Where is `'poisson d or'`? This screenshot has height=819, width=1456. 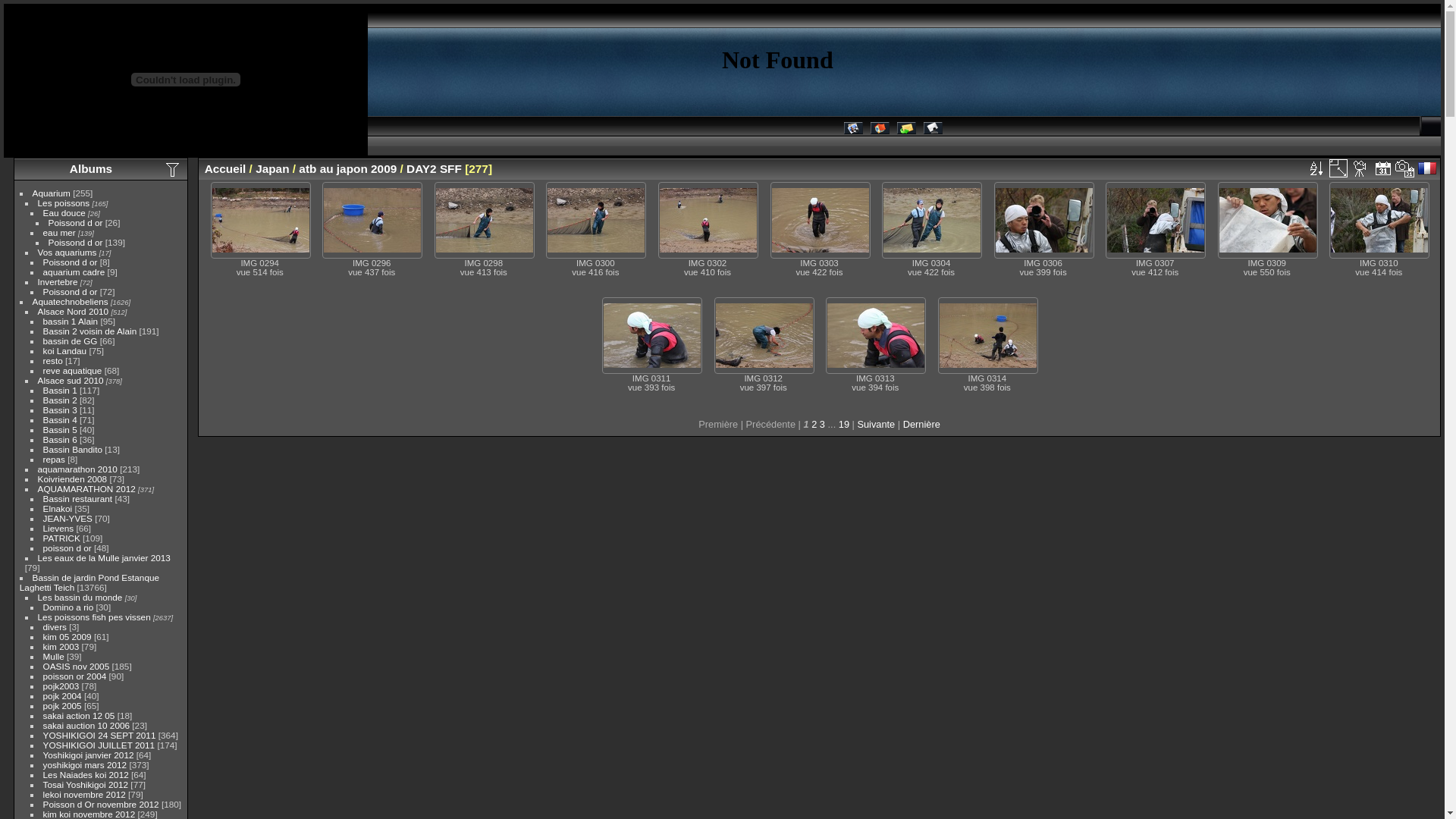 'poisson d or' is located at coordinates (67, 548).